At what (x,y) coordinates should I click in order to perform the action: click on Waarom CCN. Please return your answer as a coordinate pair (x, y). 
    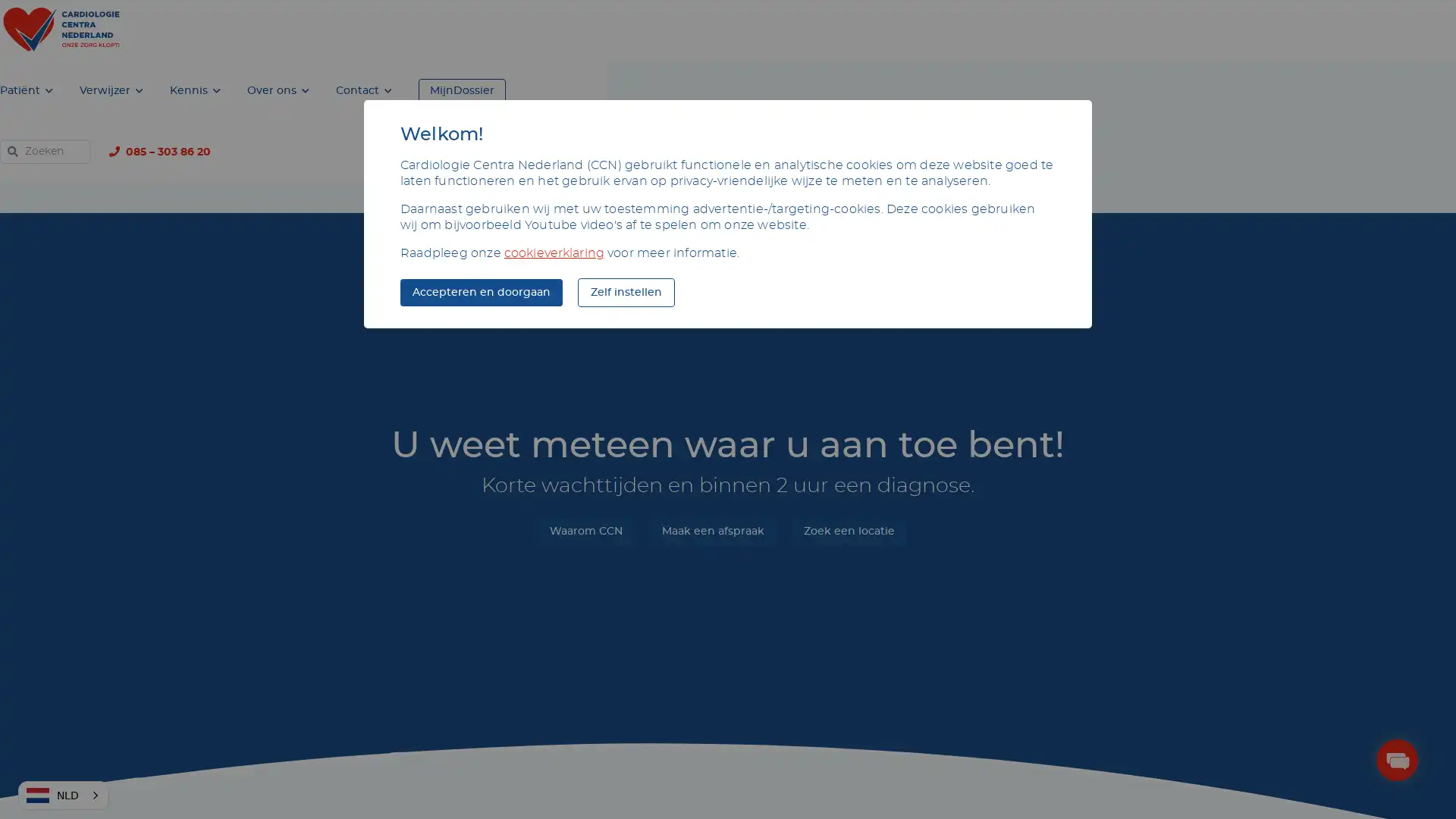
    Looking at the image, I should click on (585, 469).